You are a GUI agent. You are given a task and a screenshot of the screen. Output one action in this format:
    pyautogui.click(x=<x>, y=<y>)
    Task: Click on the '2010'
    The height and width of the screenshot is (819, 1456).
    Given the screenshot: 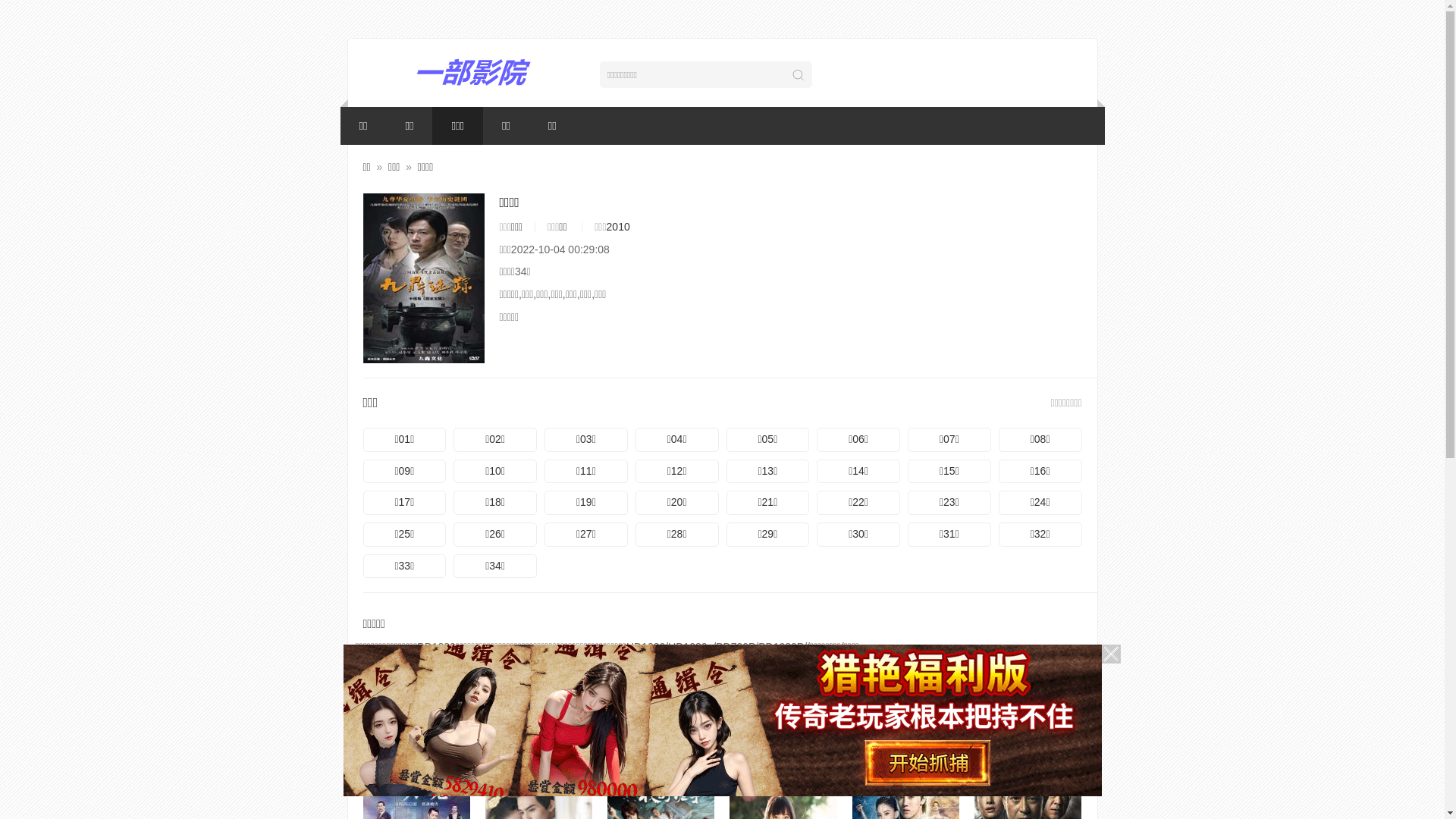 What is the action you would take?
    pyautogui.click(x=607, y=227)
    